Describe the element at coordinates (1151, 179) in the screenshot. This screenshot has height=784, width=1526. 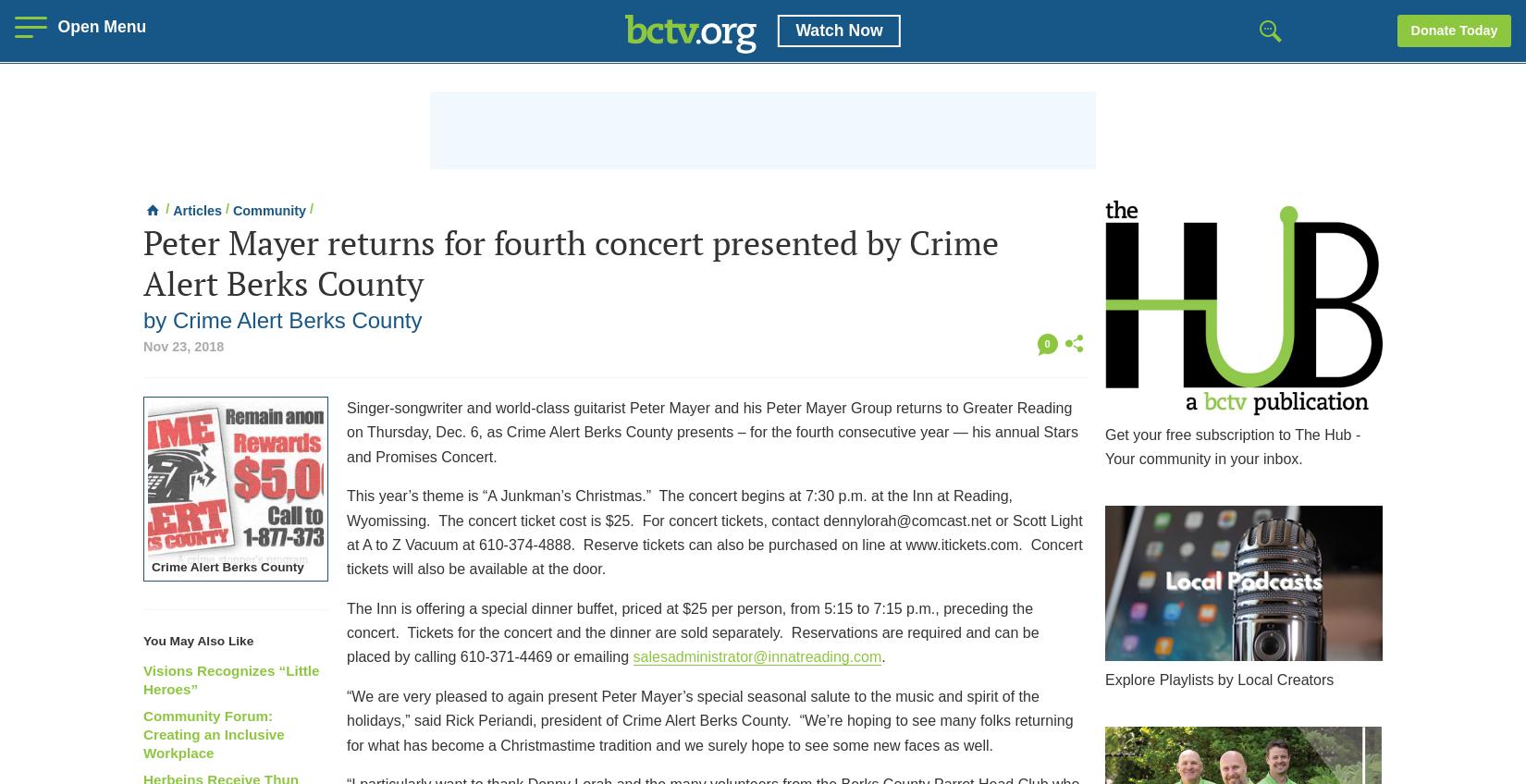
I see `'For Producers'` at that location.